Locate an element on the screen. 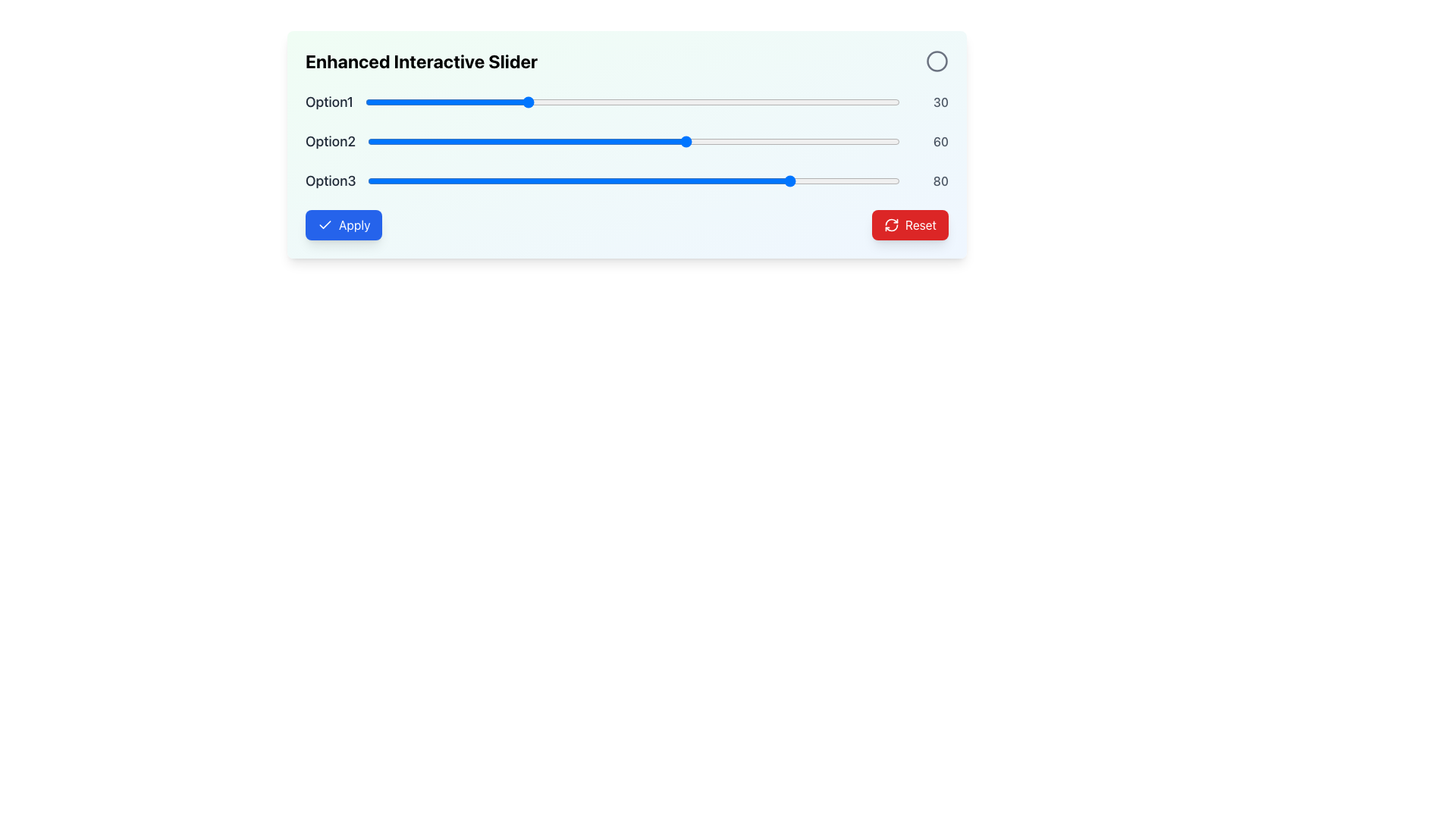 Image resolution: width=1456 pixels, height=819 pixels. the slider is located at coordinates (543, 180).